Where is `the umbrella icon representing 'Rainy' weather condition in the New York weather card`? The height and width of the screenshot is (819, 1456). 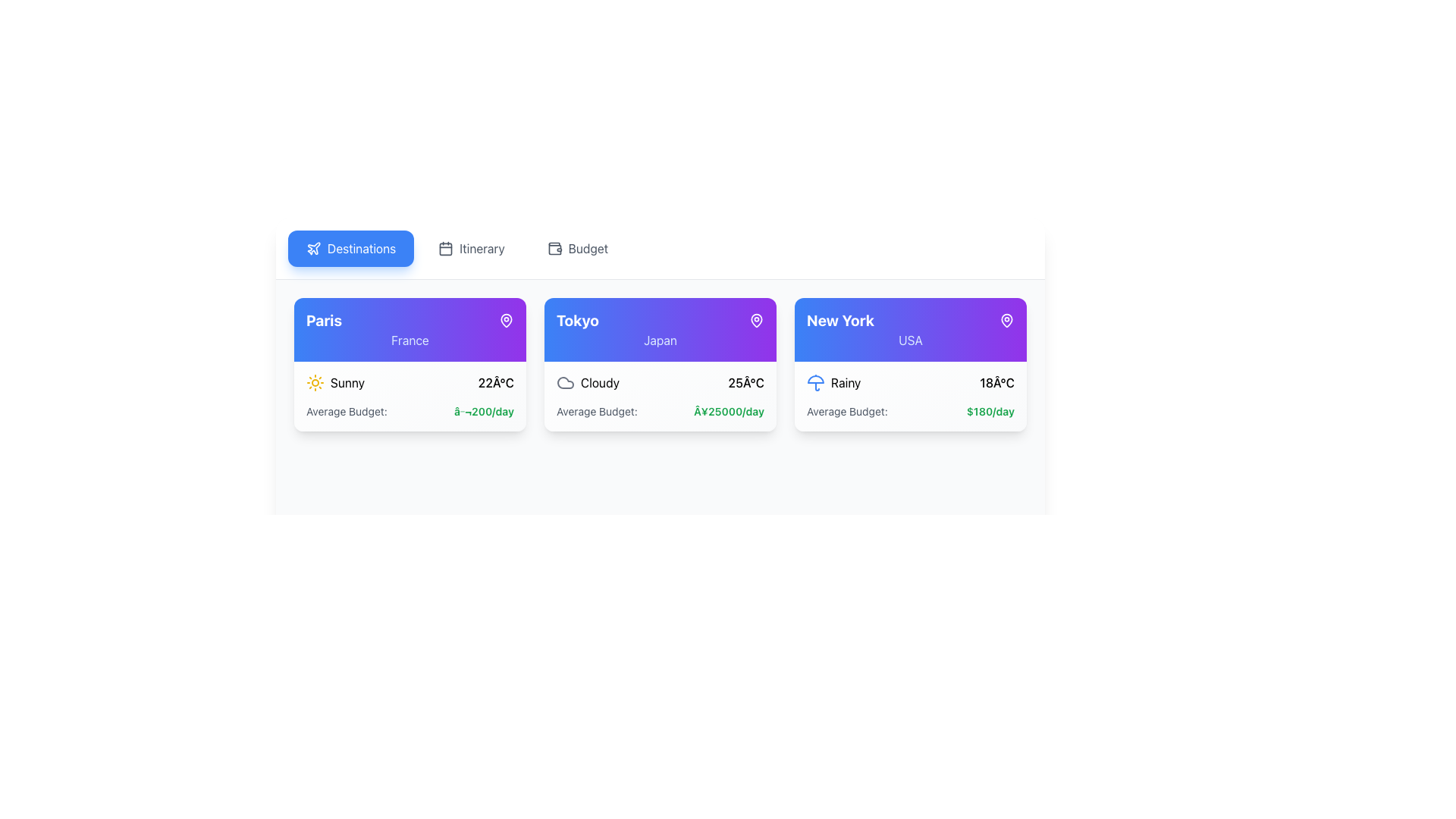
the umbrella icon representing 'Rainy' weather condition in the New York weather card is located at coordinates (814, 382).